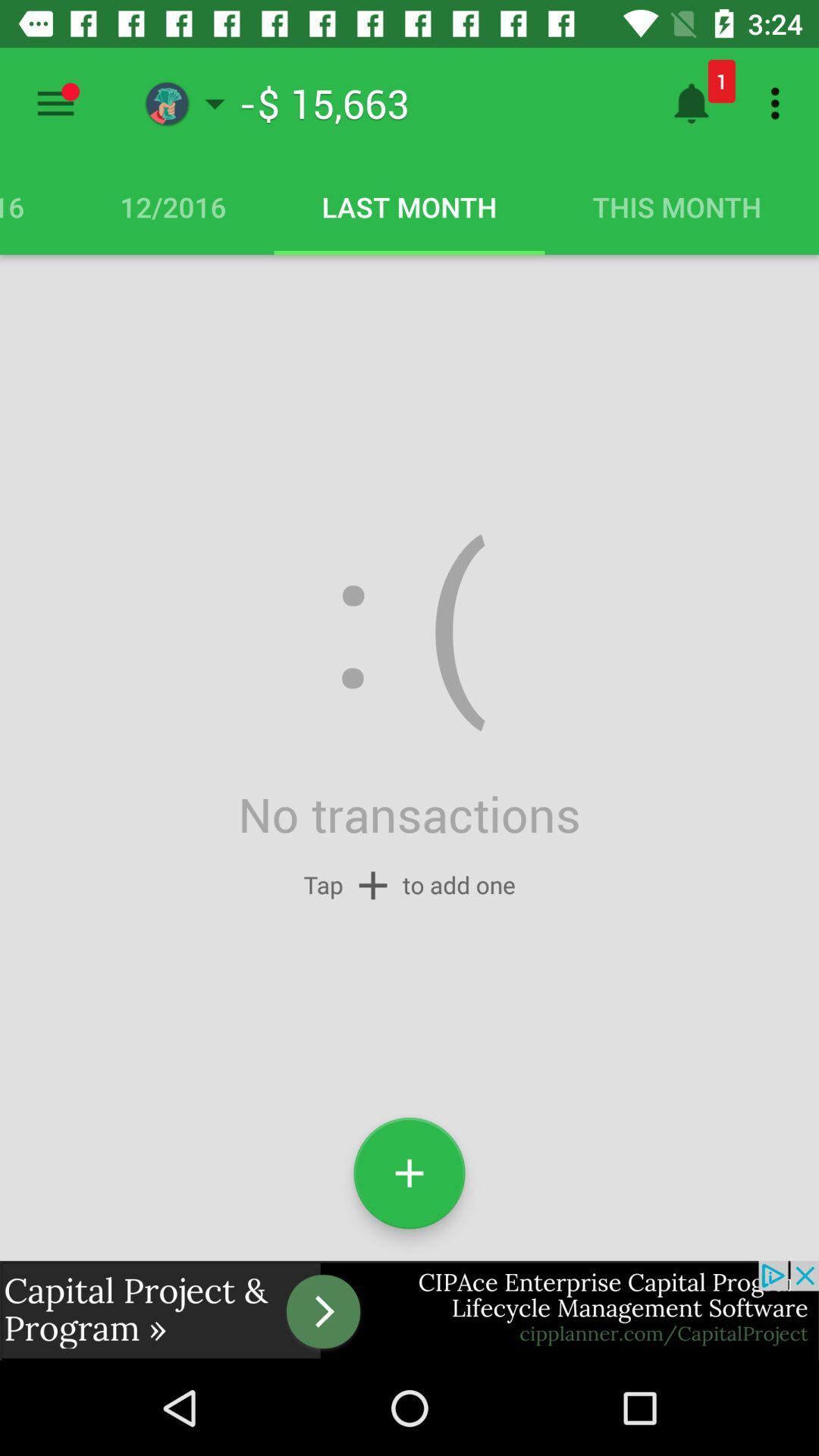 The width and height of the screenshot is (819, 1456). What do you see at coordinates (55, 102) in the screenshot?
I see `menu options to select` at bounding box center [55, 102].